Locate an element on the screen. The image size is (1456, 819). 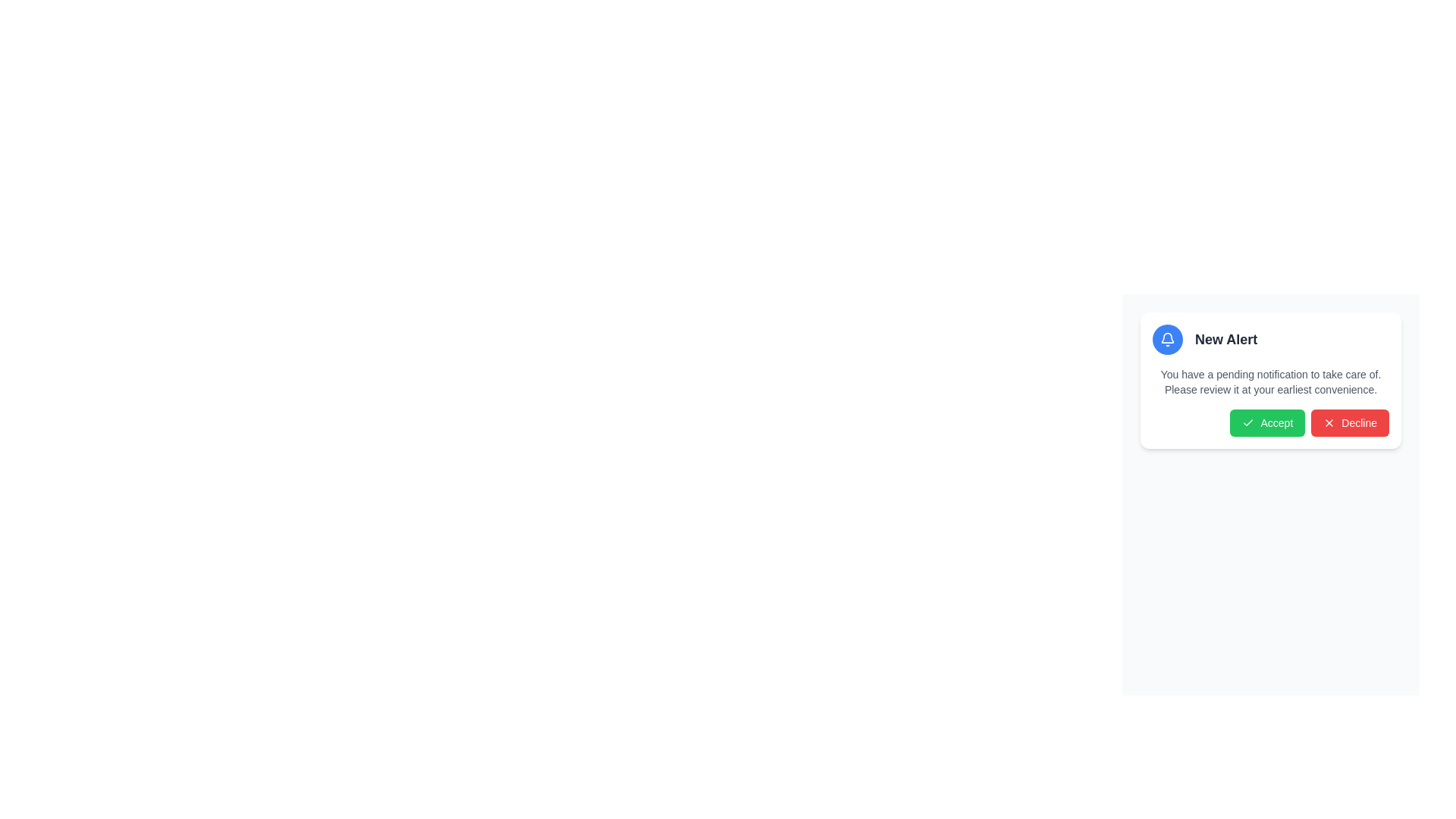
the checkmark icon located inside the 'Accept' button, positioned towards the left-hand side of the button is located at coordinates (1248, 423).